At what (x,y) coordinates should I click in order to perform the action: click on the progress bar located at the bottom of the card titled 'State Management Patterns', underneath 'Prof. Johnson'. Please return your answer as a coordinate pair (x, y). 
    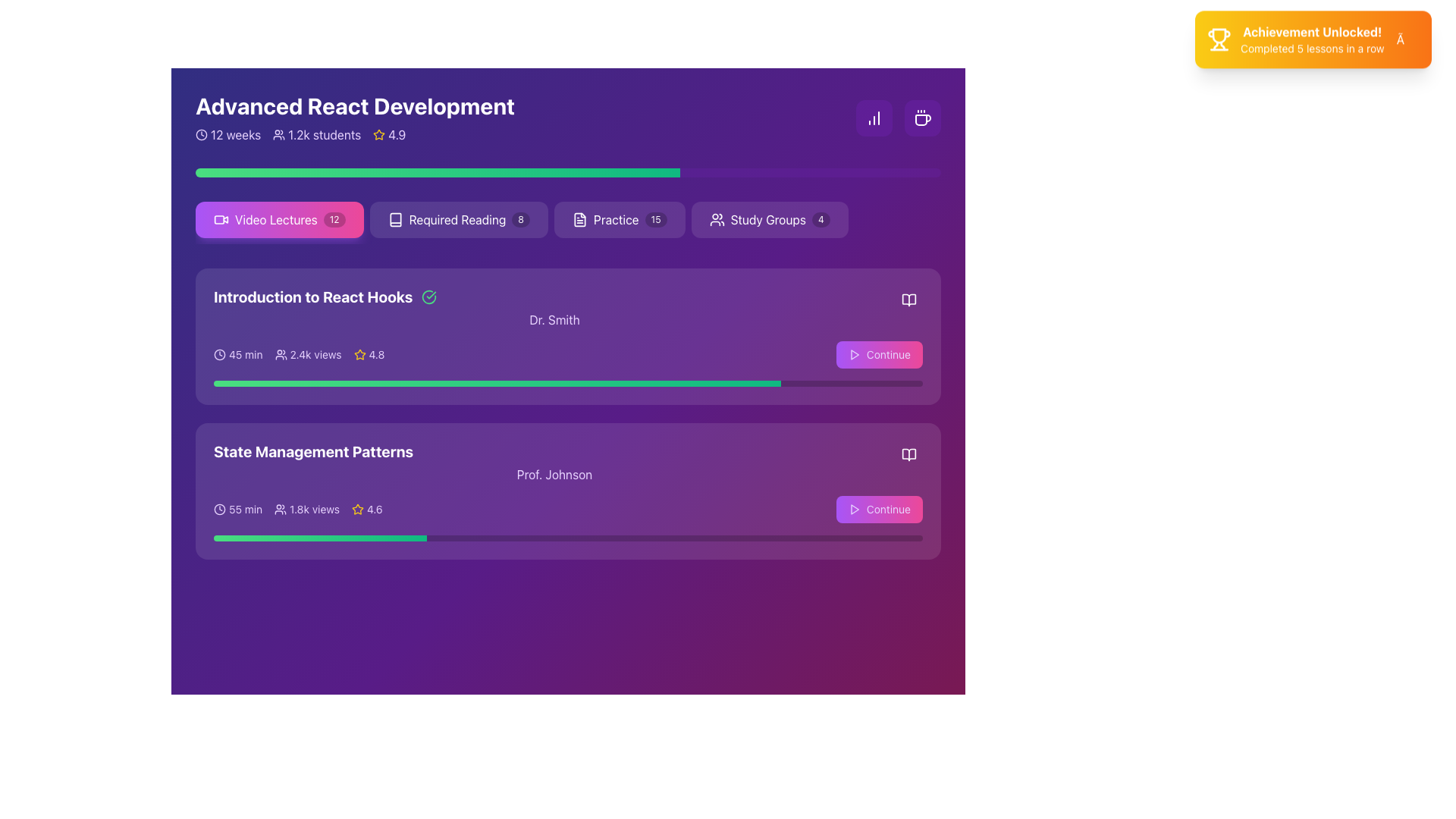
    Looking at the image, I should click on (567, 537).